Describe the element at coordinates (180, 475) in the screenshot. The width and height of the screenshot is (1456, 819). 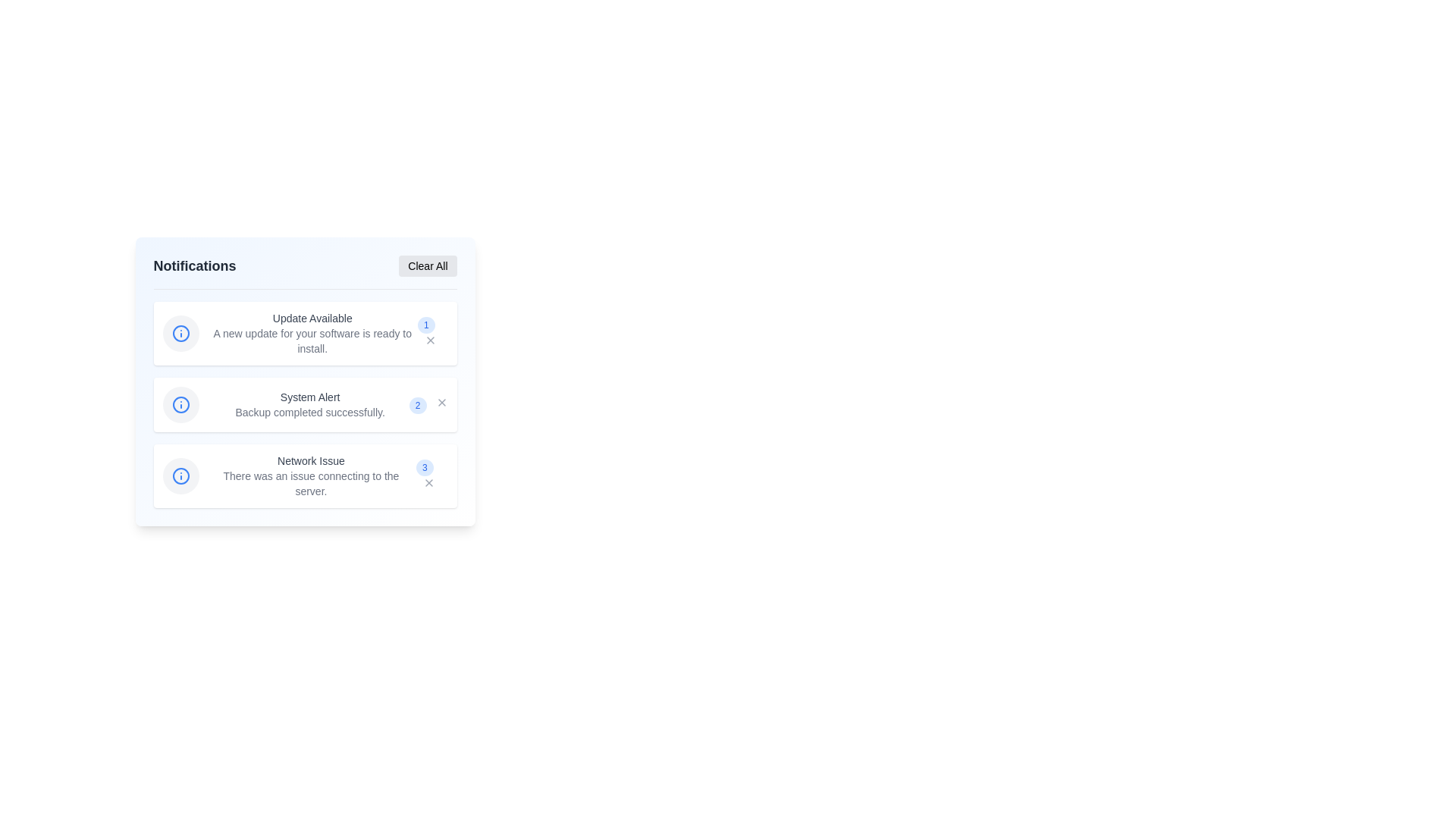
I see `the circular icon with a light gray background and blue border containing an information symbol, located to the left of the 'Network Issue' text in the third notification` at that location.